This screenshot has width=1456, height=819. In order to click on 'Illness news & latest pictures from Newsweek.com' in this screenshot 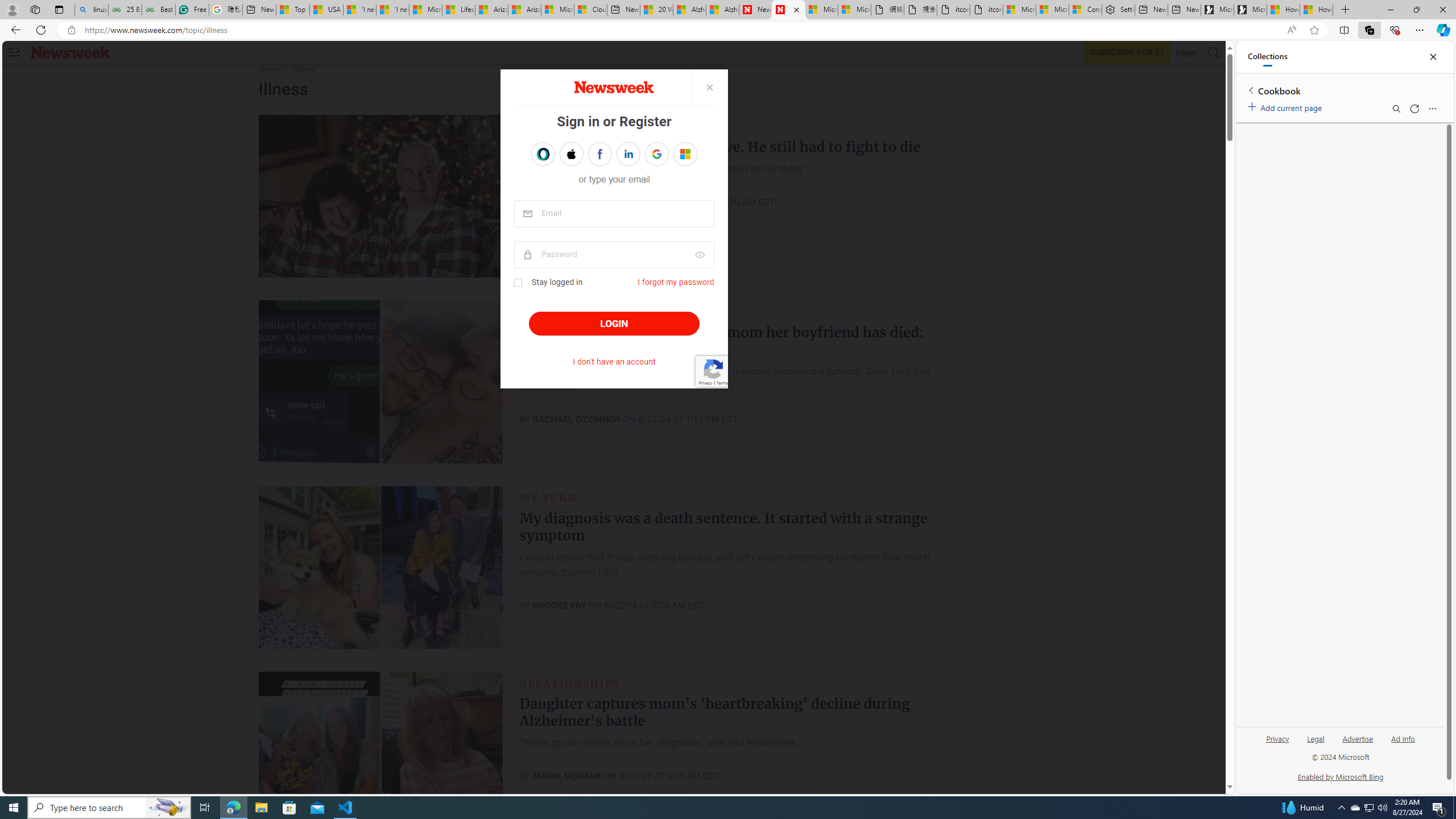, I will do `click(788, 9)`.